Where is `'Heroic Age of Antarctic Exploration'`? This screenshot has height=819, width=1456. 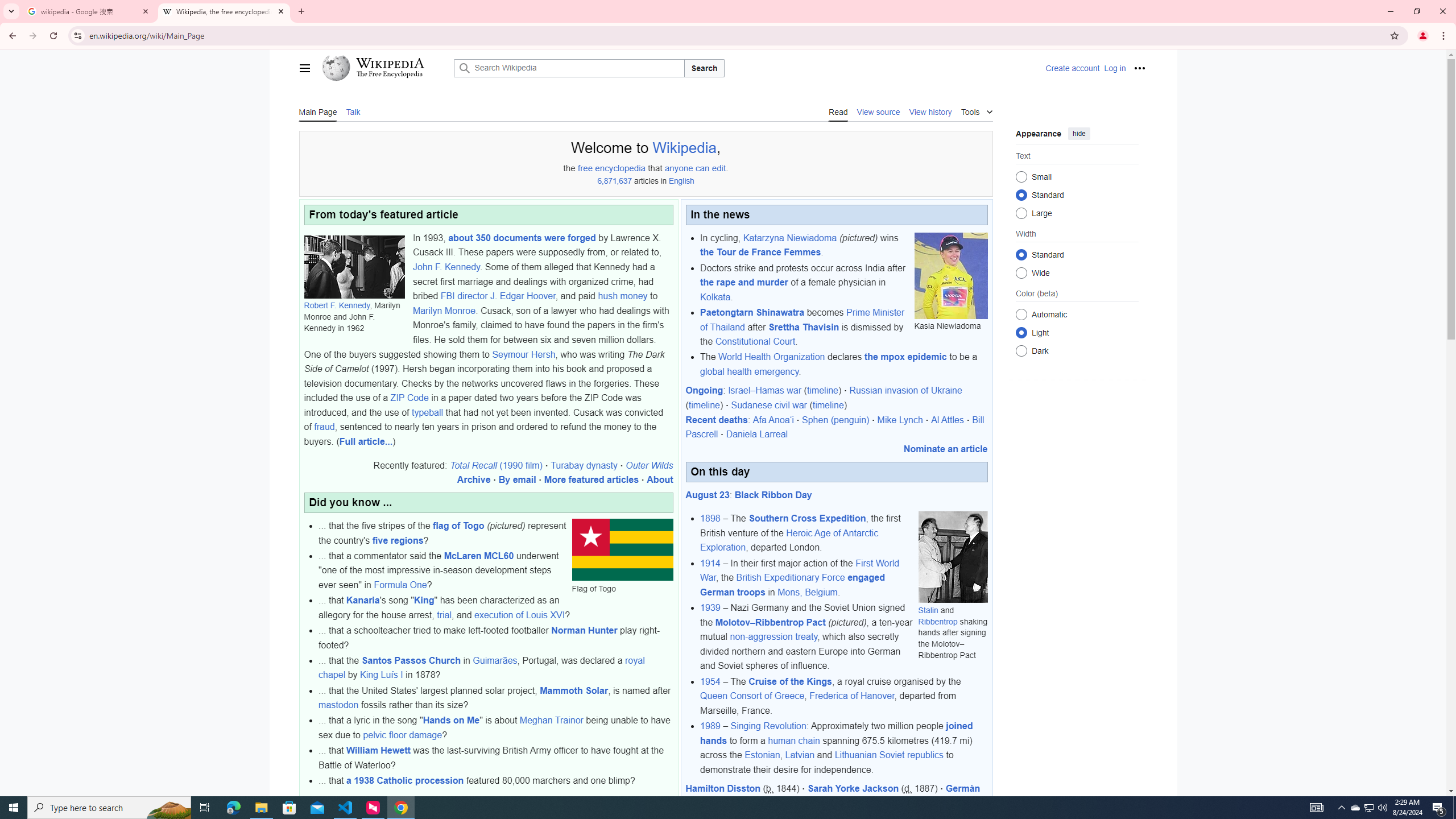 'Heroic Age of Antarctic Exploration' is located at coordinates (789, 540).